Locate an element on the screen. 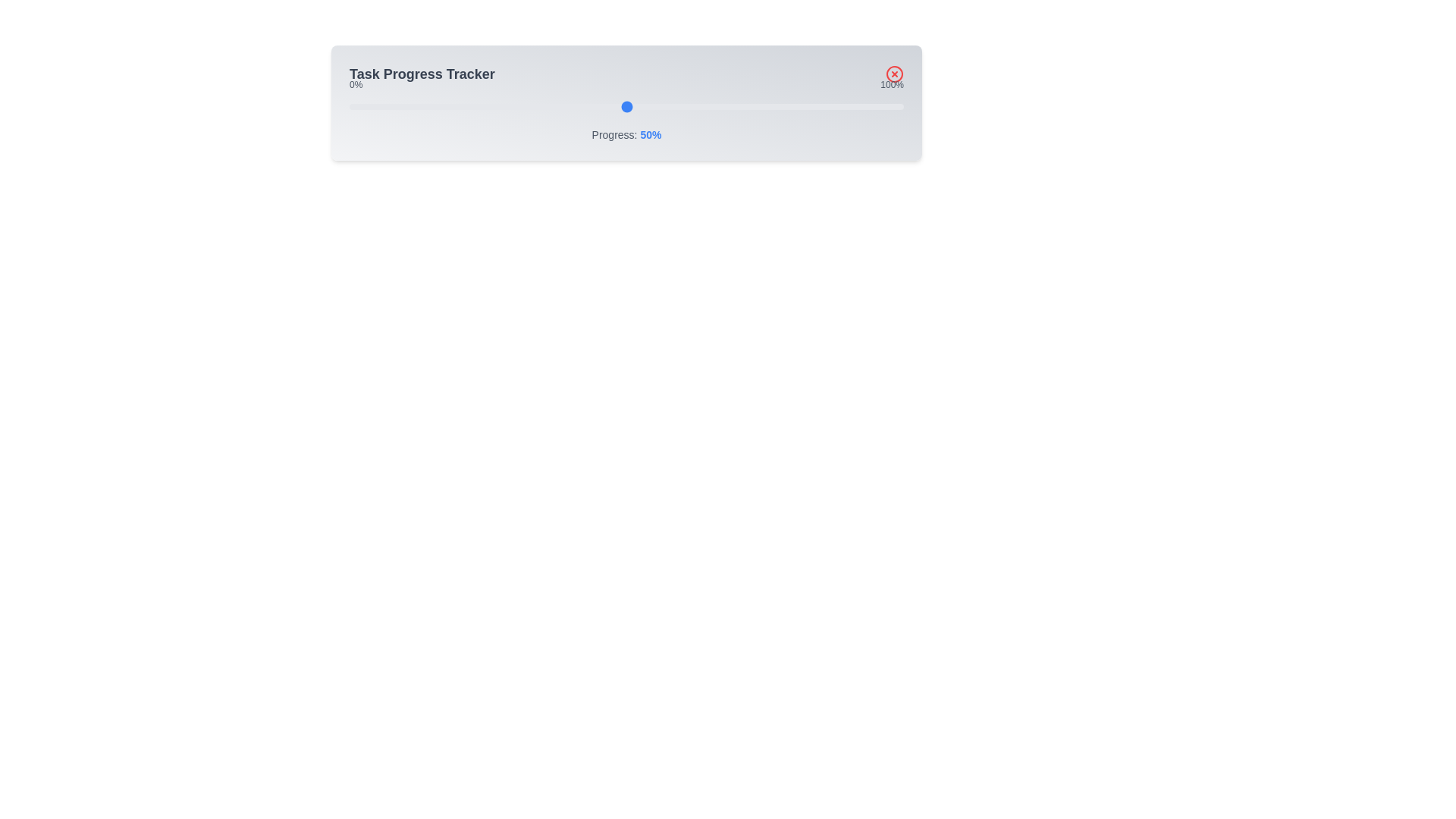 The width and height of the screenshot is (1456, 819). the slider is located at coordinates (638, 106).